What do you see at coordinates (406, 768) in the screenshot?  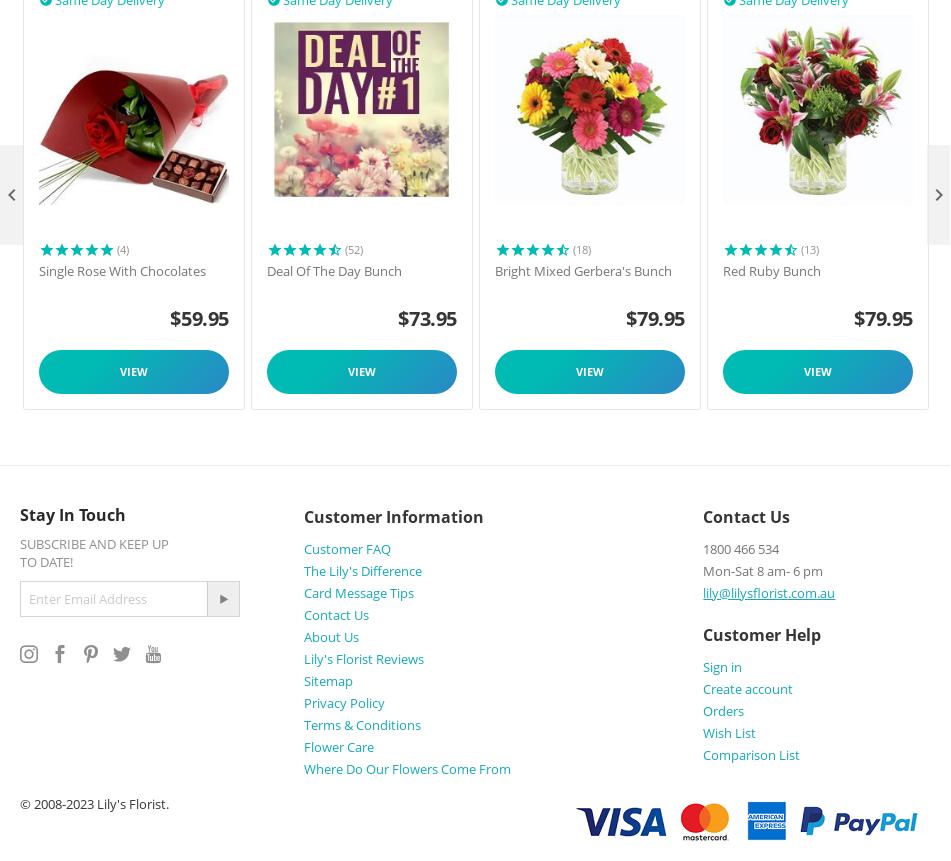 I see `'Where Do Our Flowers Come From'` at bounding box center [406, 768].